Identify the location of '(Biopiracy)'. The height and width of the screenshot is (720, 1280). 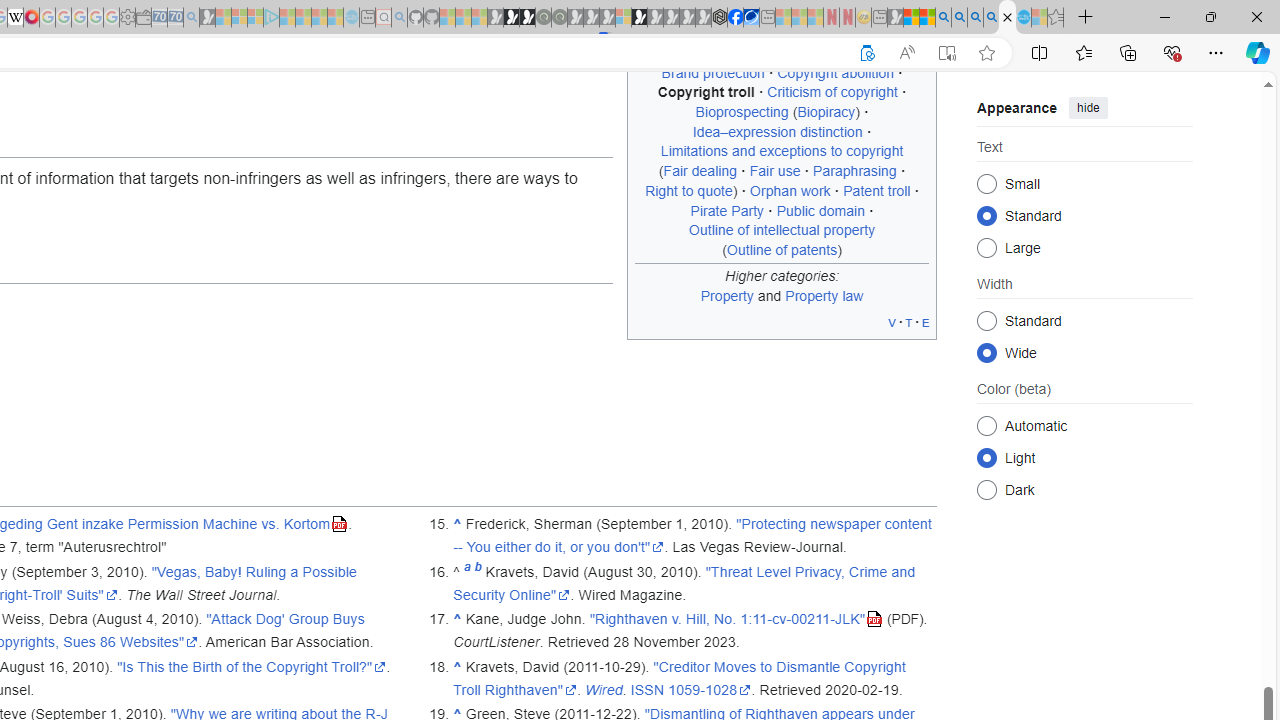
(826, 112).